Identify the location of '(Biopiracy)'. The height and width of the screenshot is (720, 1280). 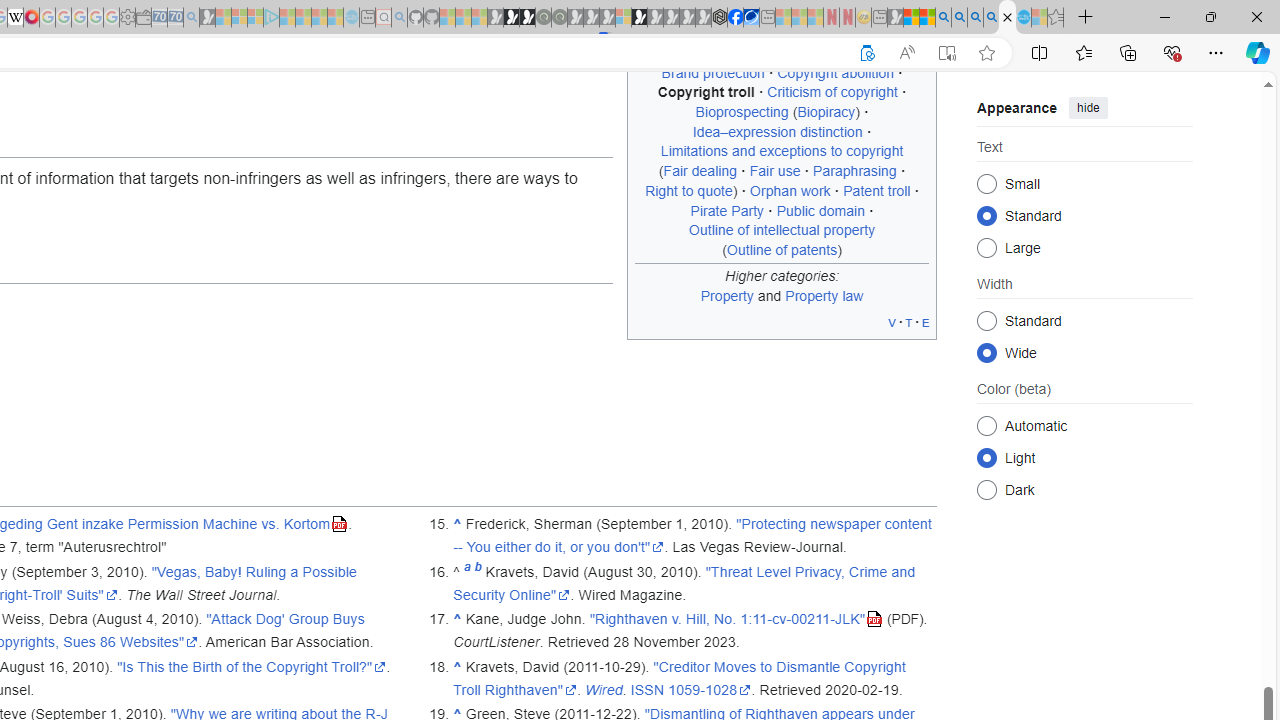
(826, 112).